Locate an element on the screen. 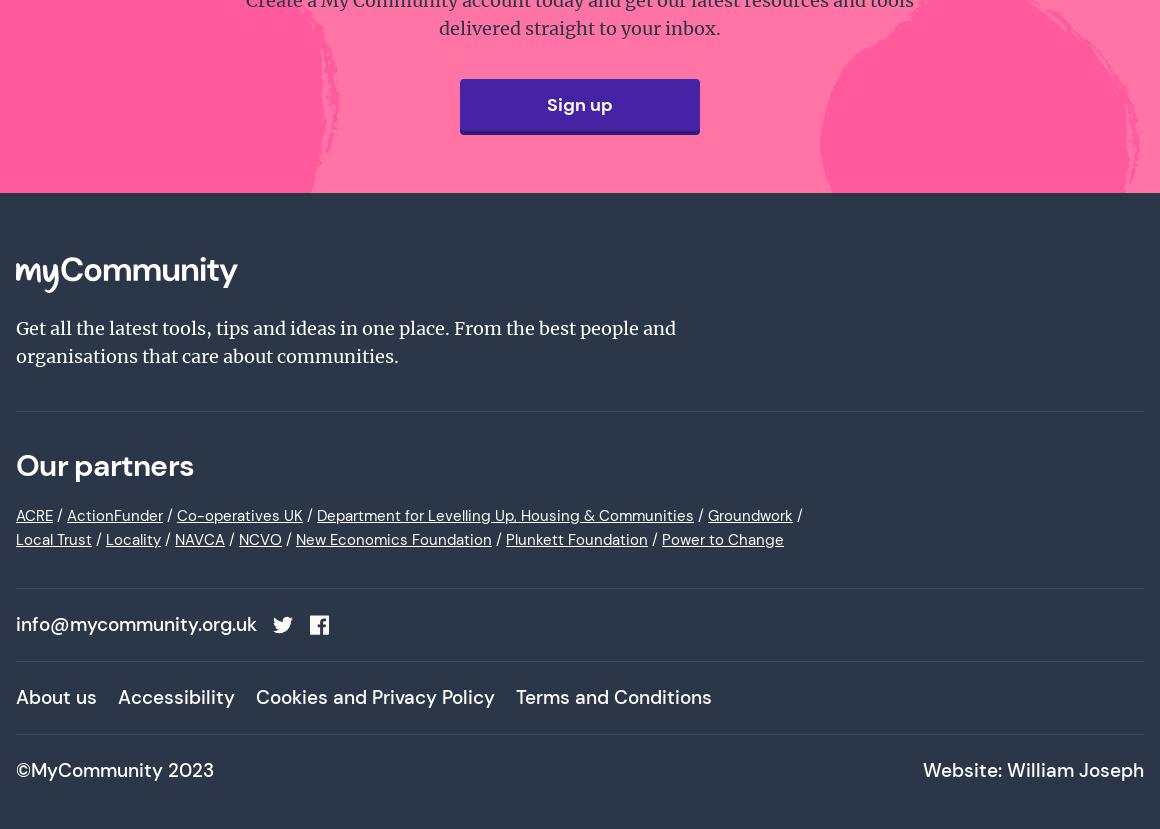  'Our partners' is located at coordinates (103, 465).